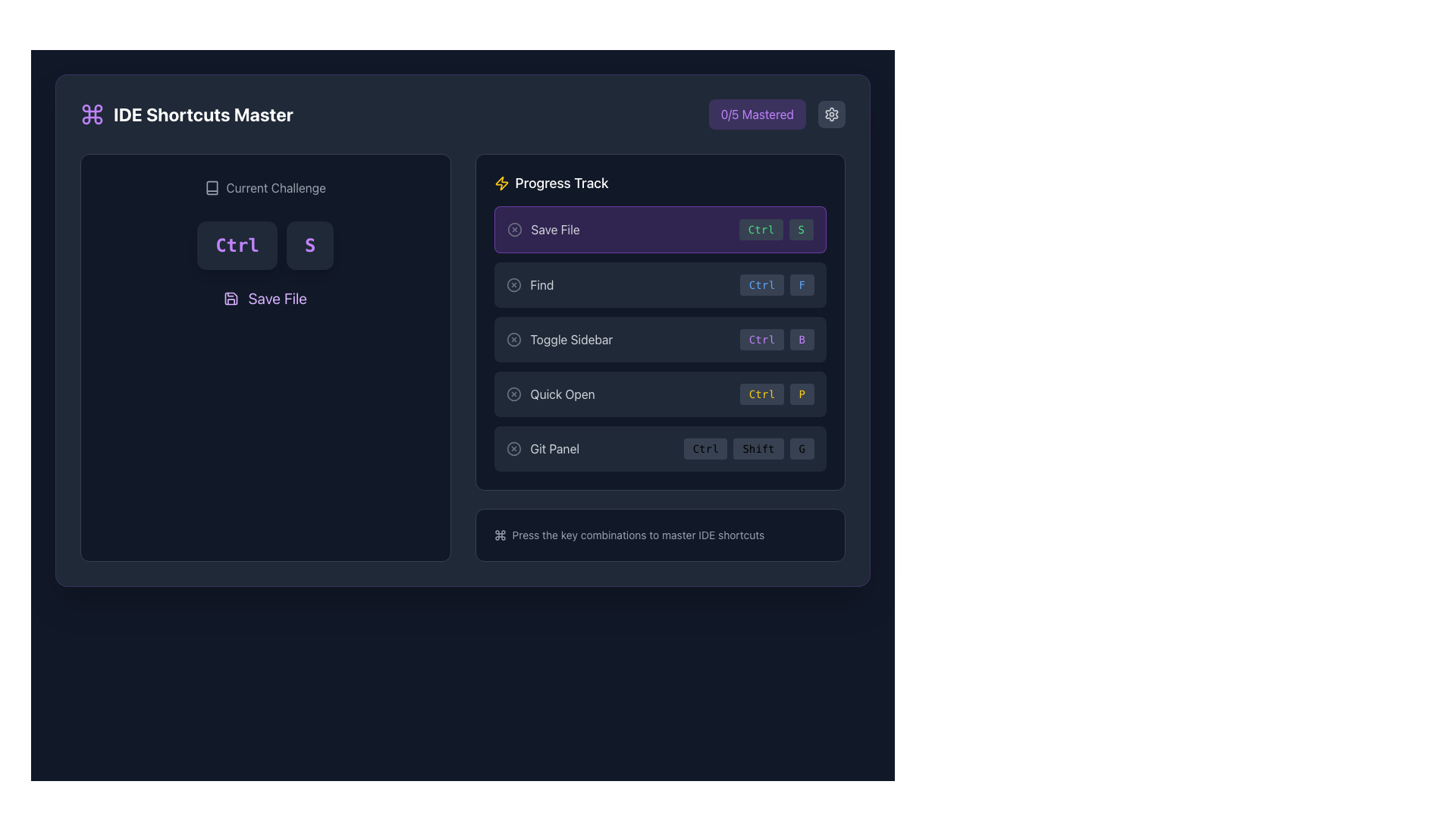  What do you see at coordinates (513, 394) in the screenshot?
I see `the SVG icon styled as a circular frame with a diagonal cross in the center, located in the 'Progress Track' section next to the 'Quick Open' text` at bounding box center [513, 394].